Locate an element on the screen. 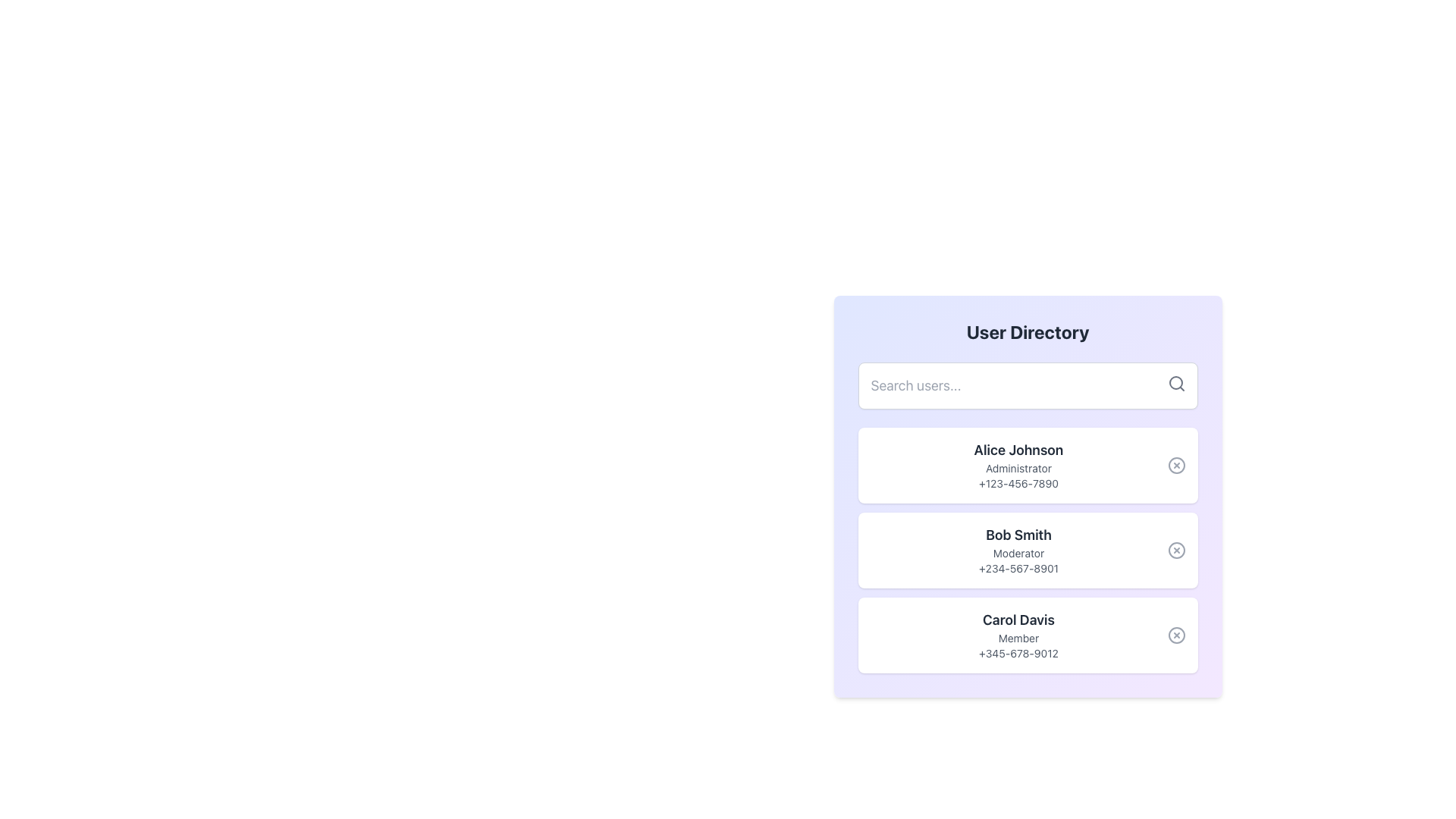  the Information Display Section that shows detailed information about a user, located below 'Alice Johnson' and above 'Carol Davis' in the User Directory is located at coordinates (1018, 550).